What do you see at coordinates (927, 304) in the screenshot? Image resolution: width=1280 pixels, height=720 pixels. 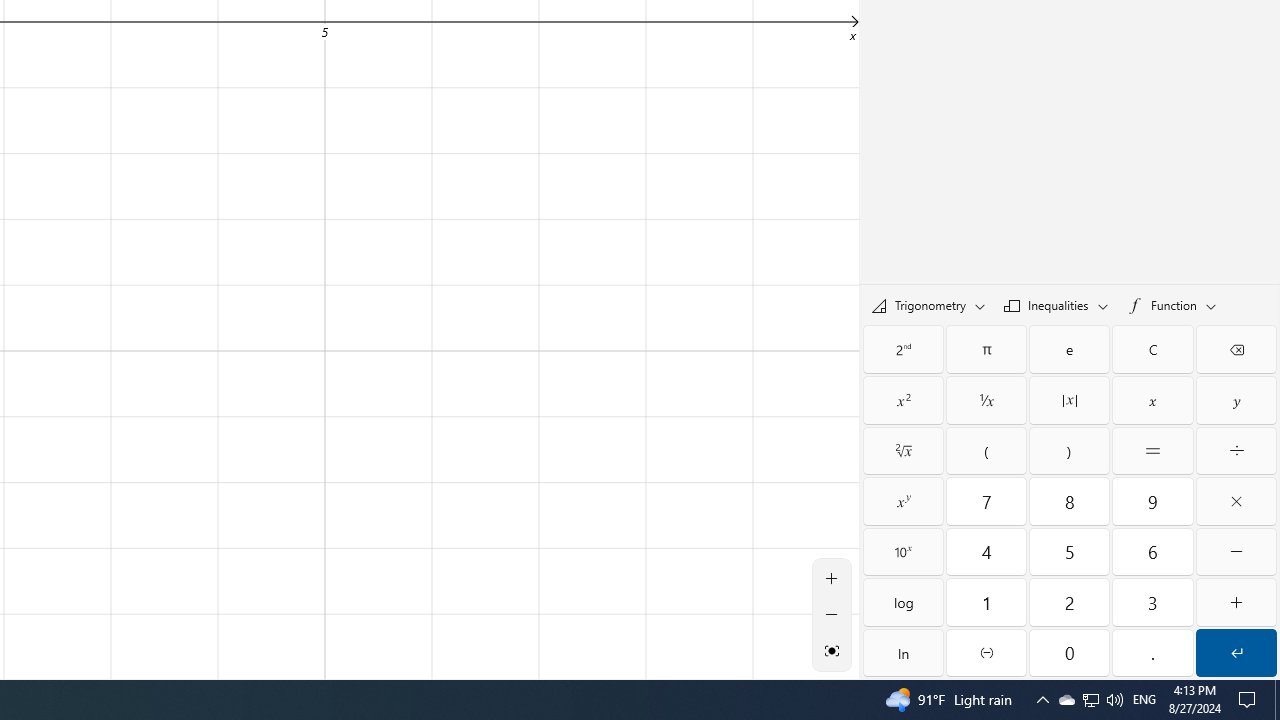 I see `'Trigonometry'` at bounding box center [927, 304].